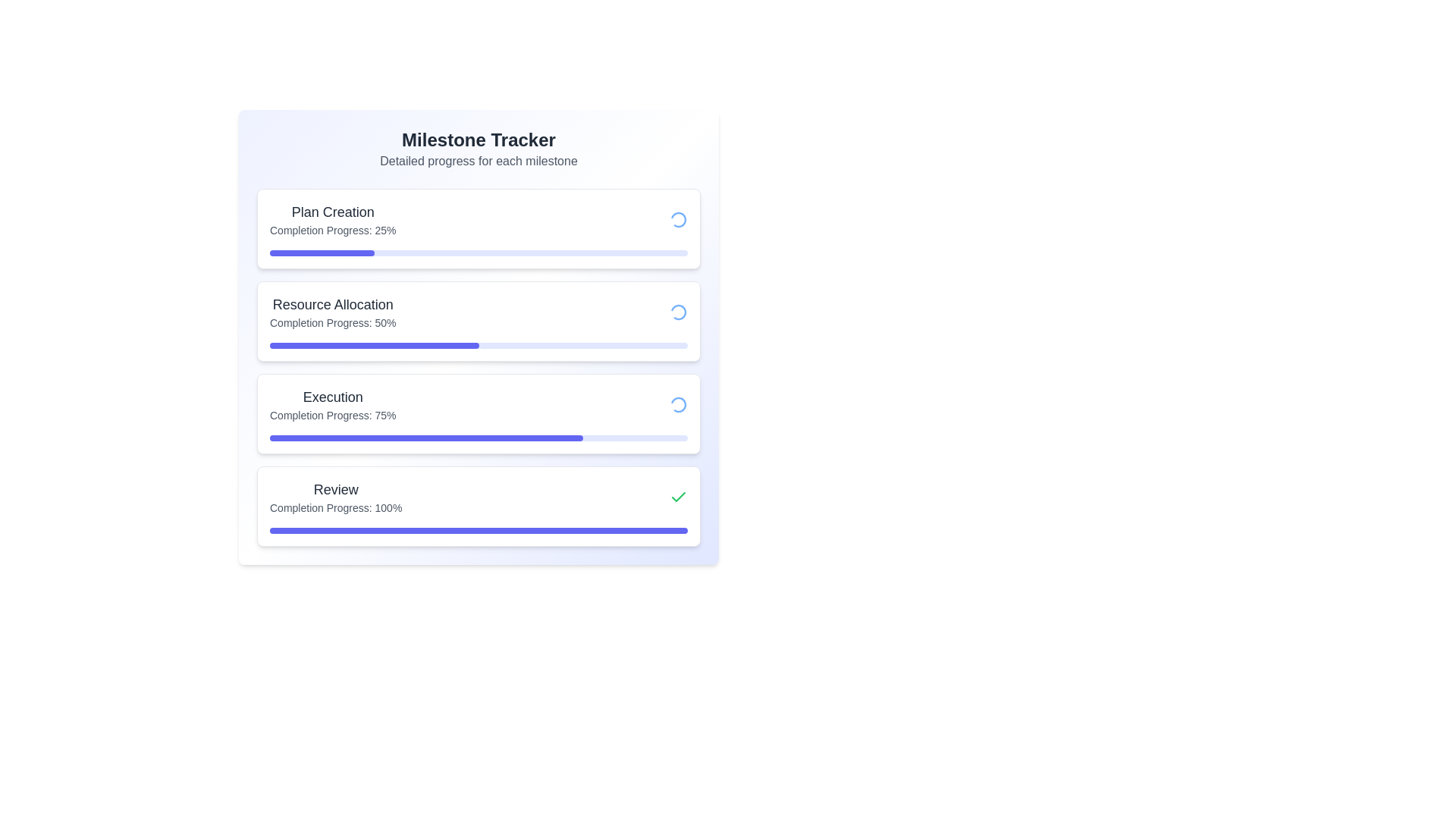  What do you see at coordinates (677, 312) in the screenshot?
I see `the circular loading spinner indicating ongoing updates for the 'Resource Allocation' milestone, located to the far right of the milestone section` at bounding box center [677, 312].